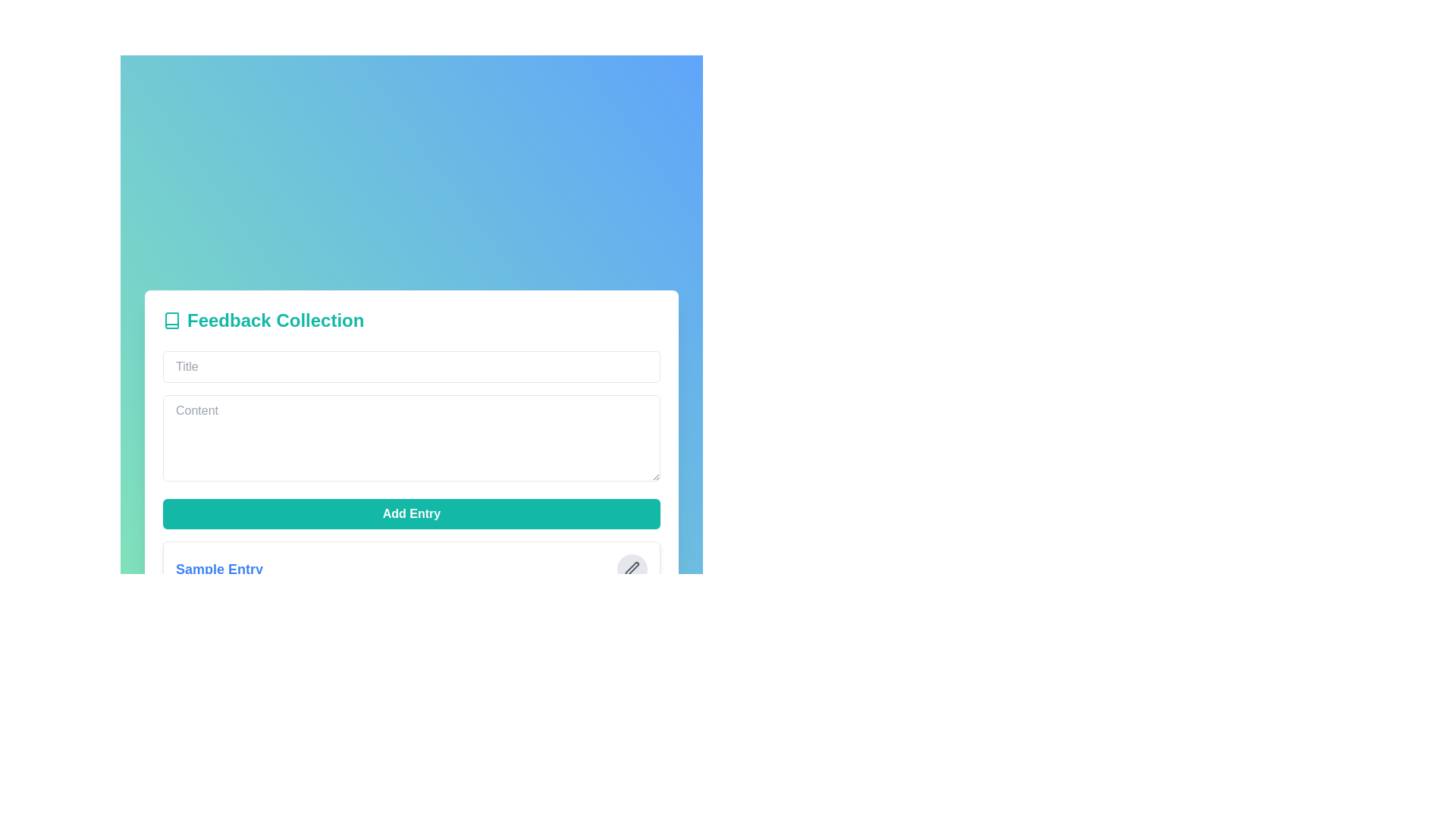  Describe the element at coordinates (171, 319) in the screenshot. I see `the teal book outline icon located to the left of the 'Feedback Collection' heading text` at that location.